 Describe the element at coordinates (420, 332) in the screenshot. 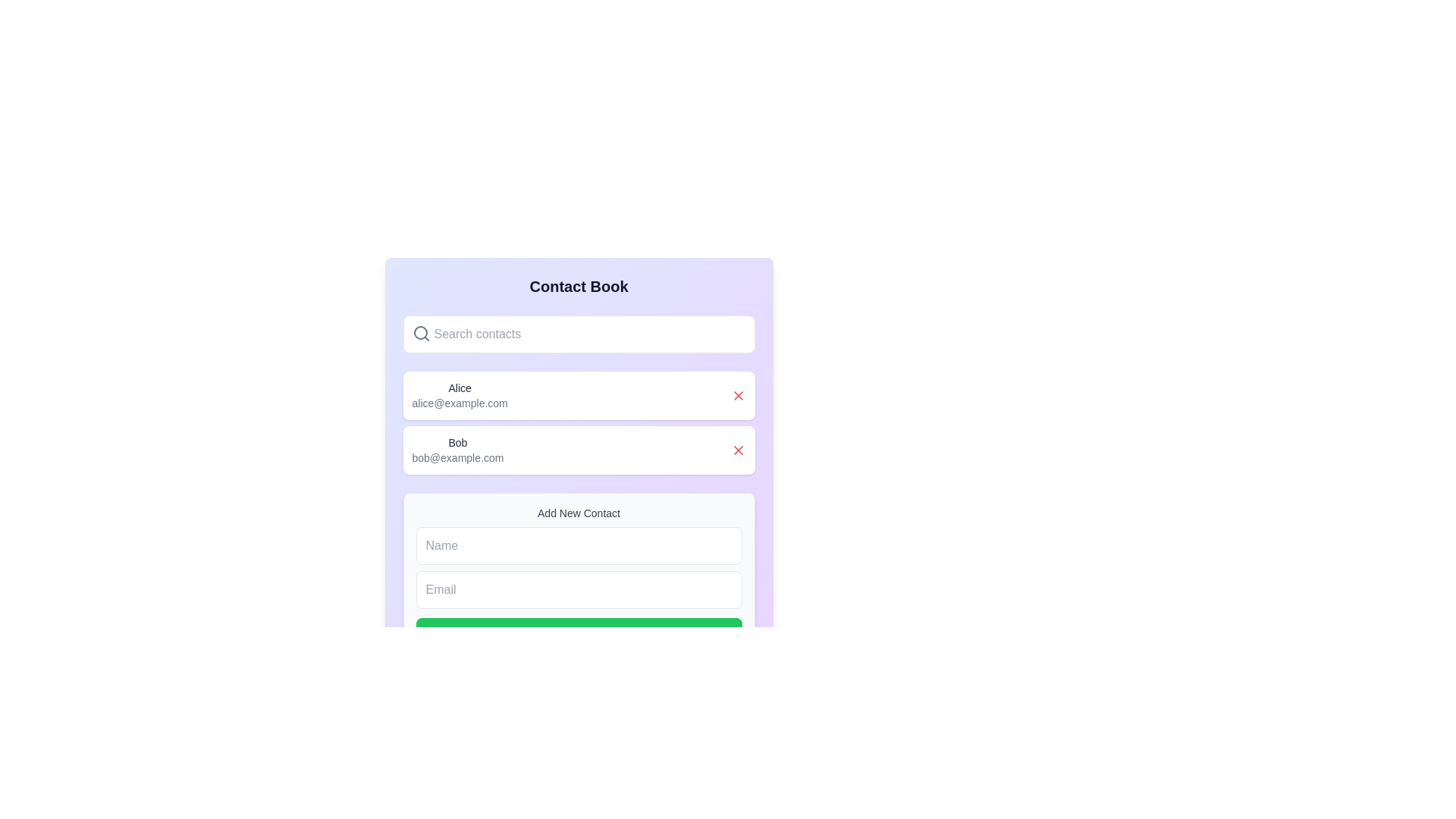

I see `the circular handle of the magnifying glass icon located at the left side of the 'Search contacts' bar` at that location.